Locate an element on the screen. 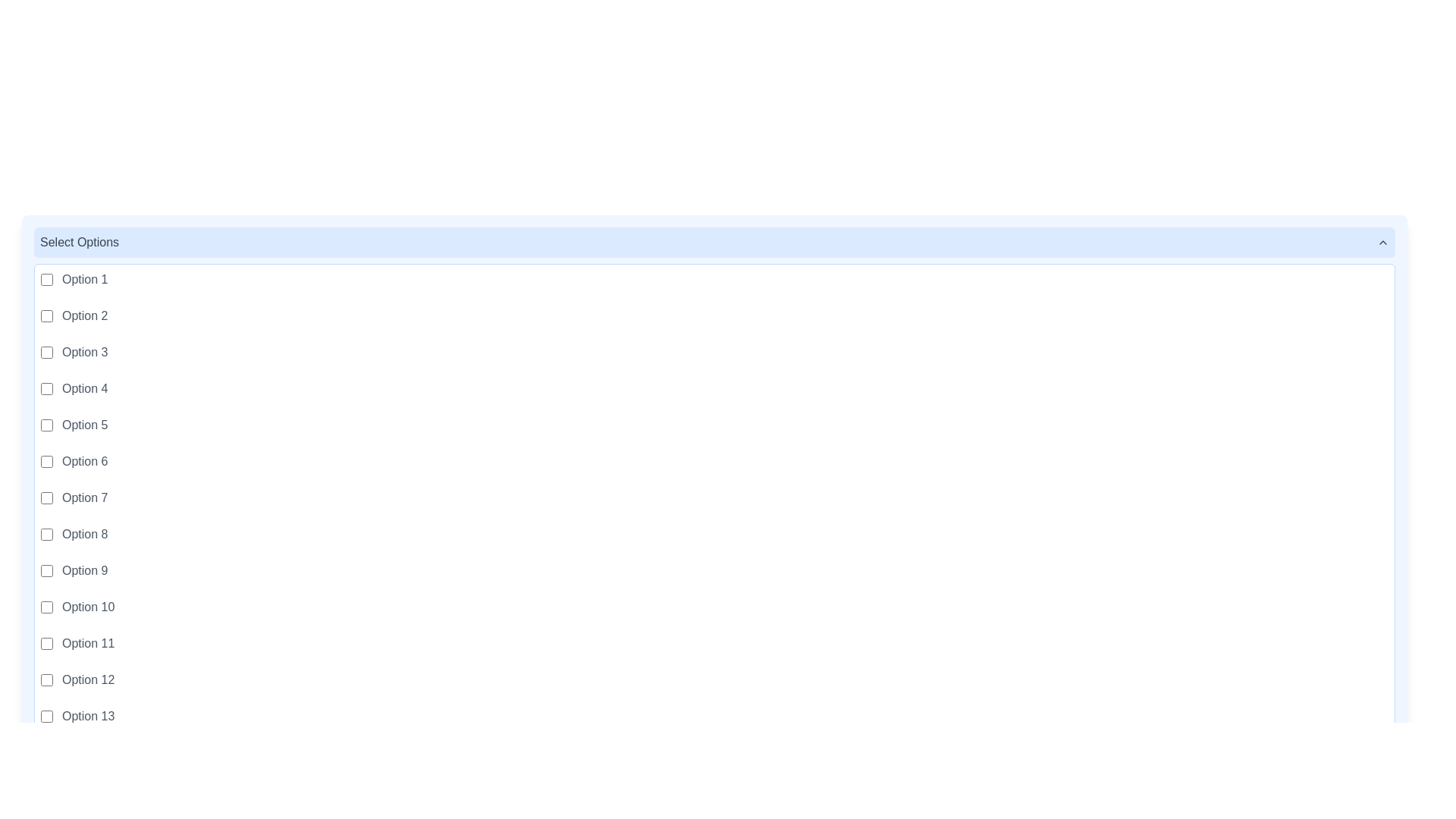 This screenshot has width=1456, height=819. the text label displaying 'Option 10' which is aligned beside a checkbox in a vertical list is located at coordinates (87, 607).